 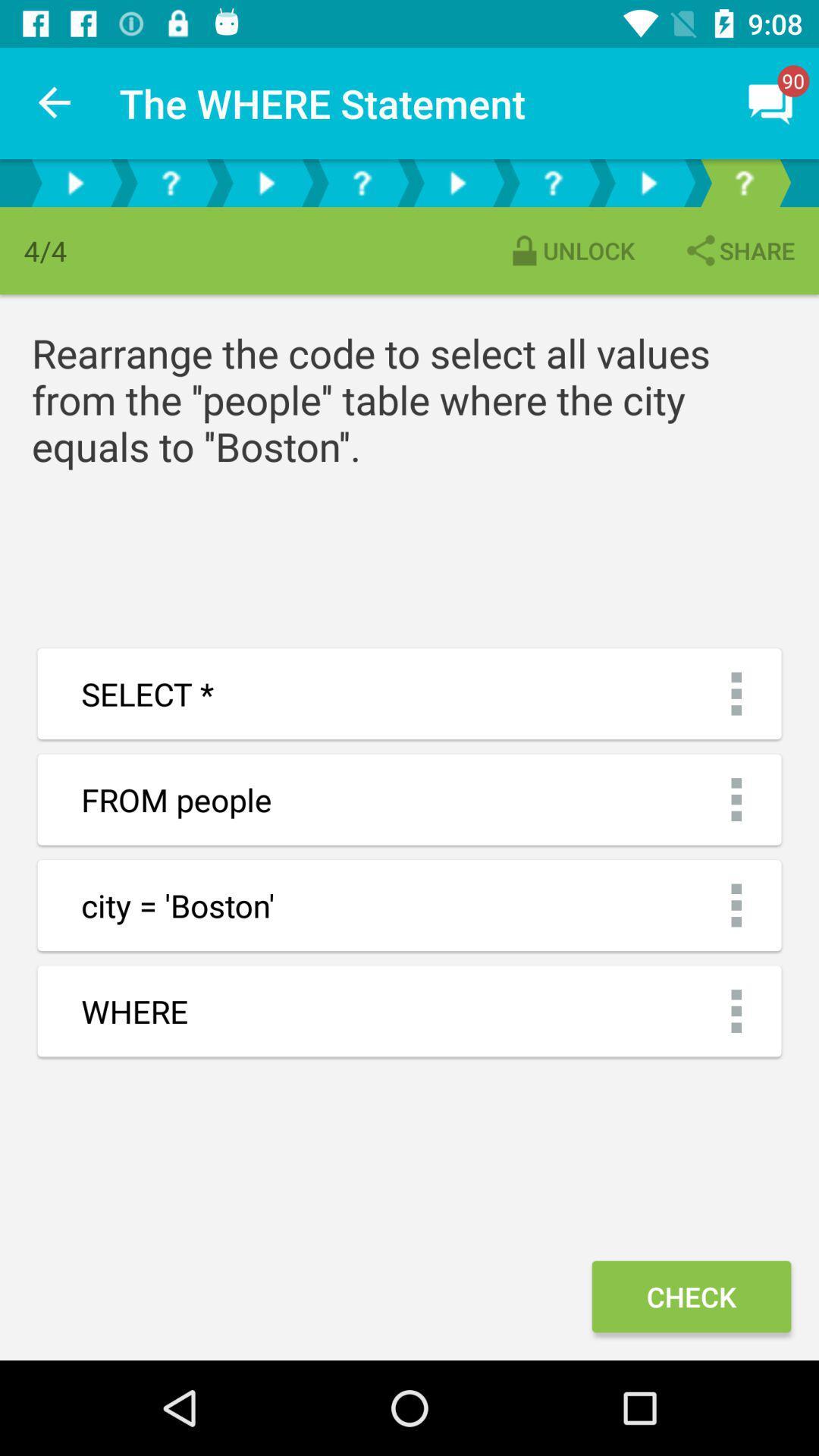 What do you see at coordinates (170, 182) in the screenshot?
I see `more info` at bounding box center [170, 182].